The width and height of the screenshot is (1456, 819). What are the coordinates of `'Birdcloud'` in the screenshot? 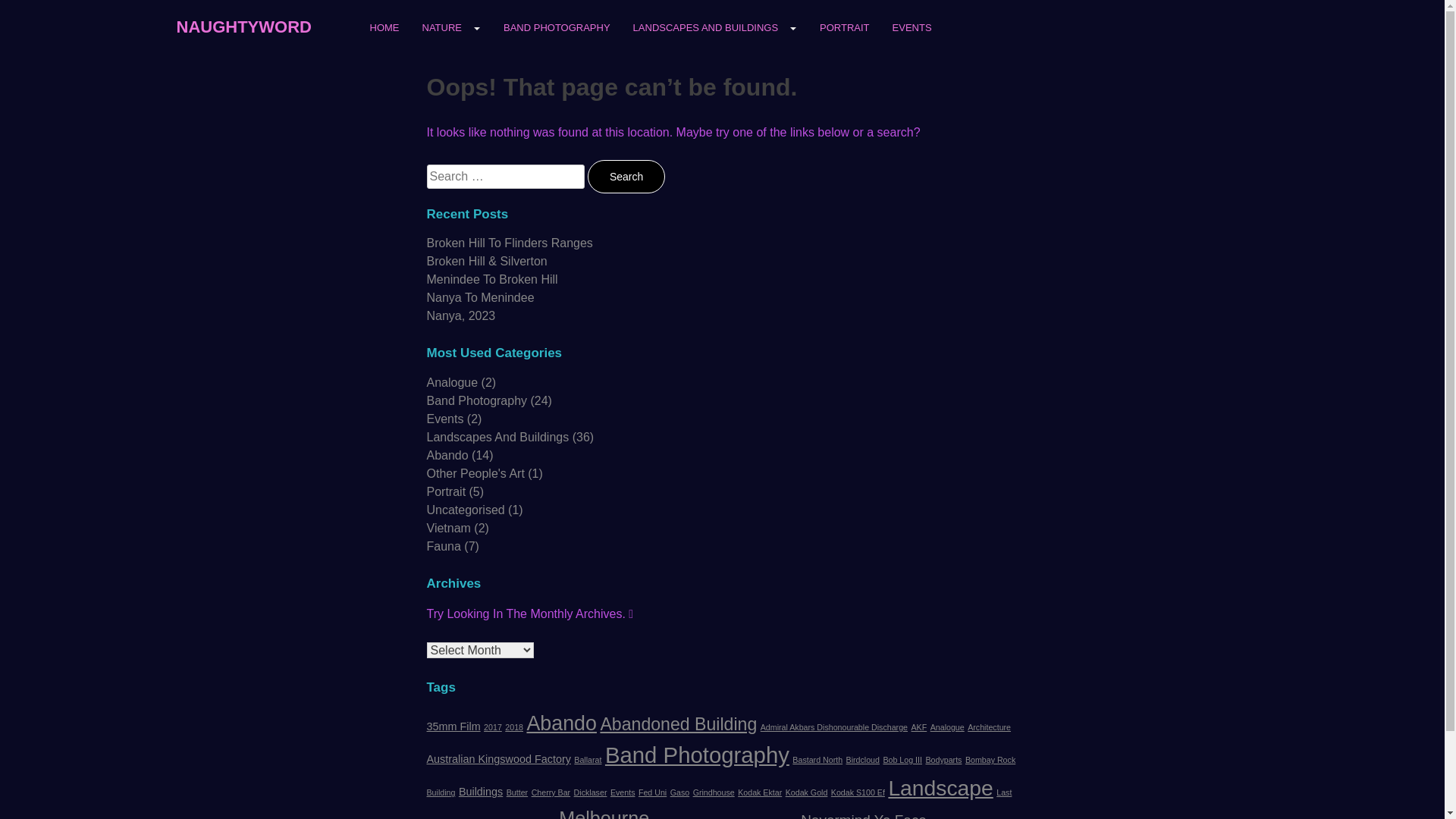 It's located at (862, 760).